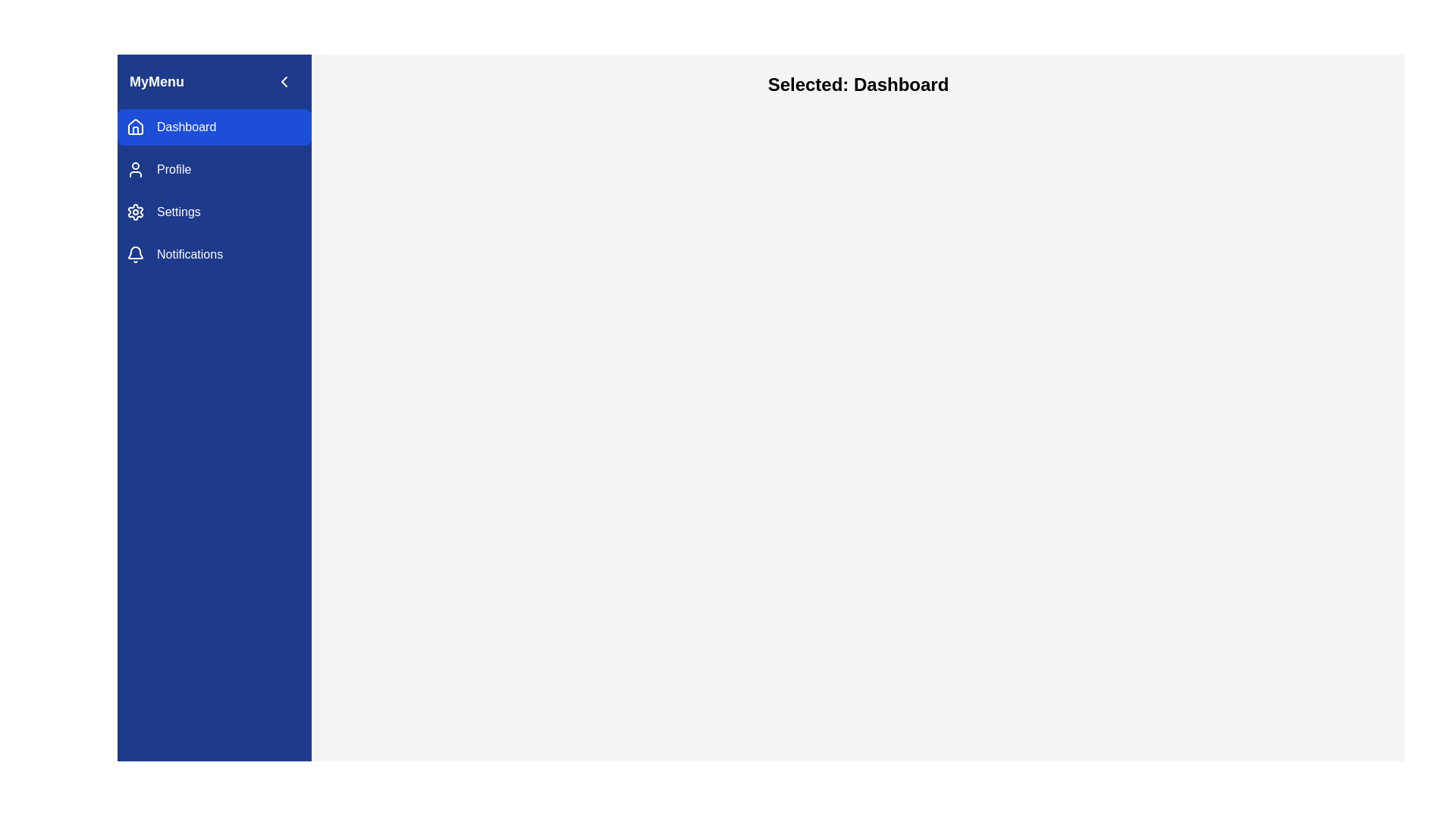 The width and height of the screenshot is (1456, 819). I want to click on the Dashboard icon located at the top of the vertically stacked menu in the left sidebar, so click(135, 127).